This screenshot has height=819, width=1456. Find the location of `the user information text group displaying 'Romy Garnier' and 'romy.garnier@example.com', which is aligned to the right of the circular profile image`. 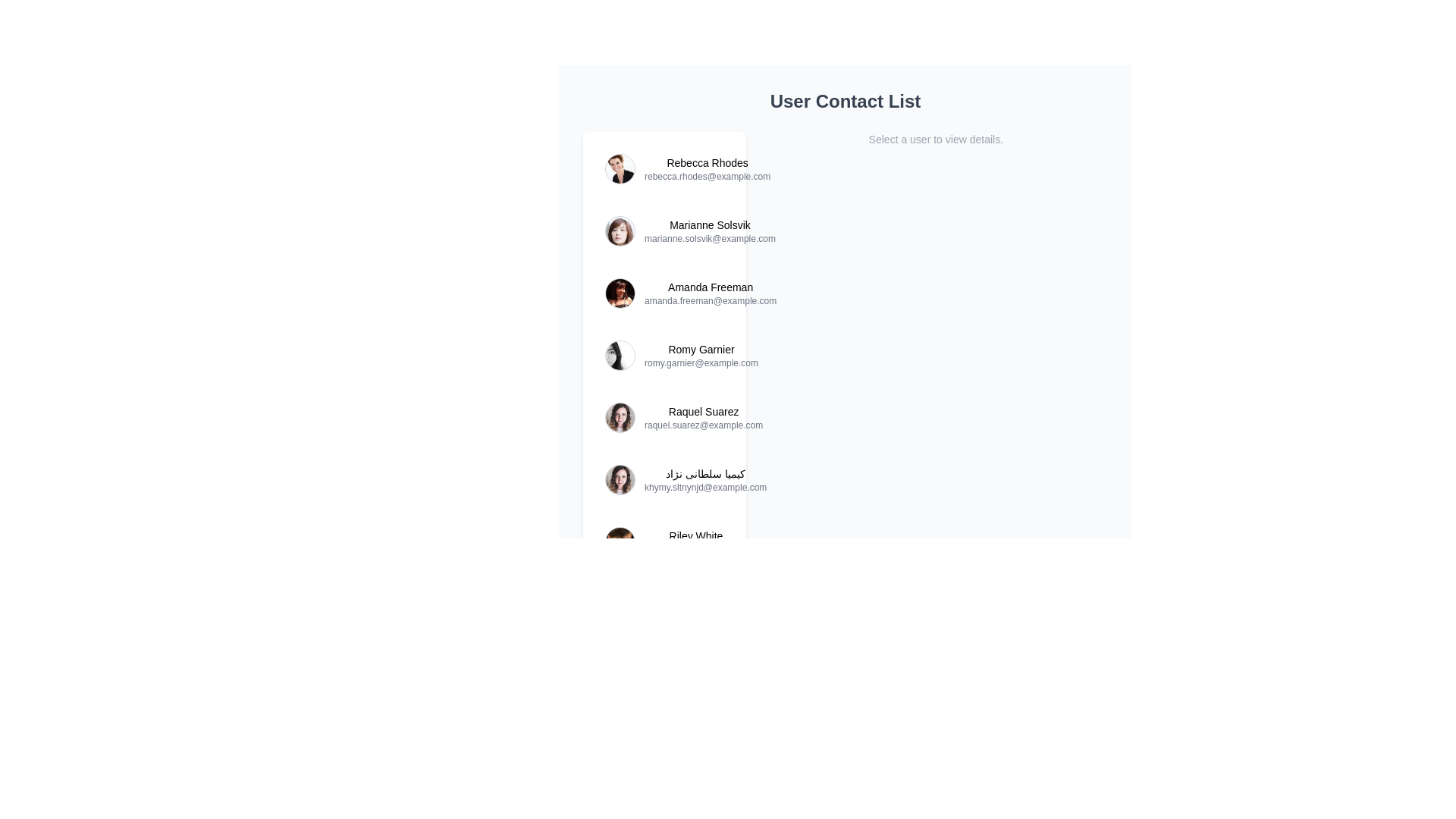

the user information text group displaying 'Romy Garnier' and 'romy.garnier@example.com', which is aligned to the right of the circular profile image is located at coordinates (701, 356).